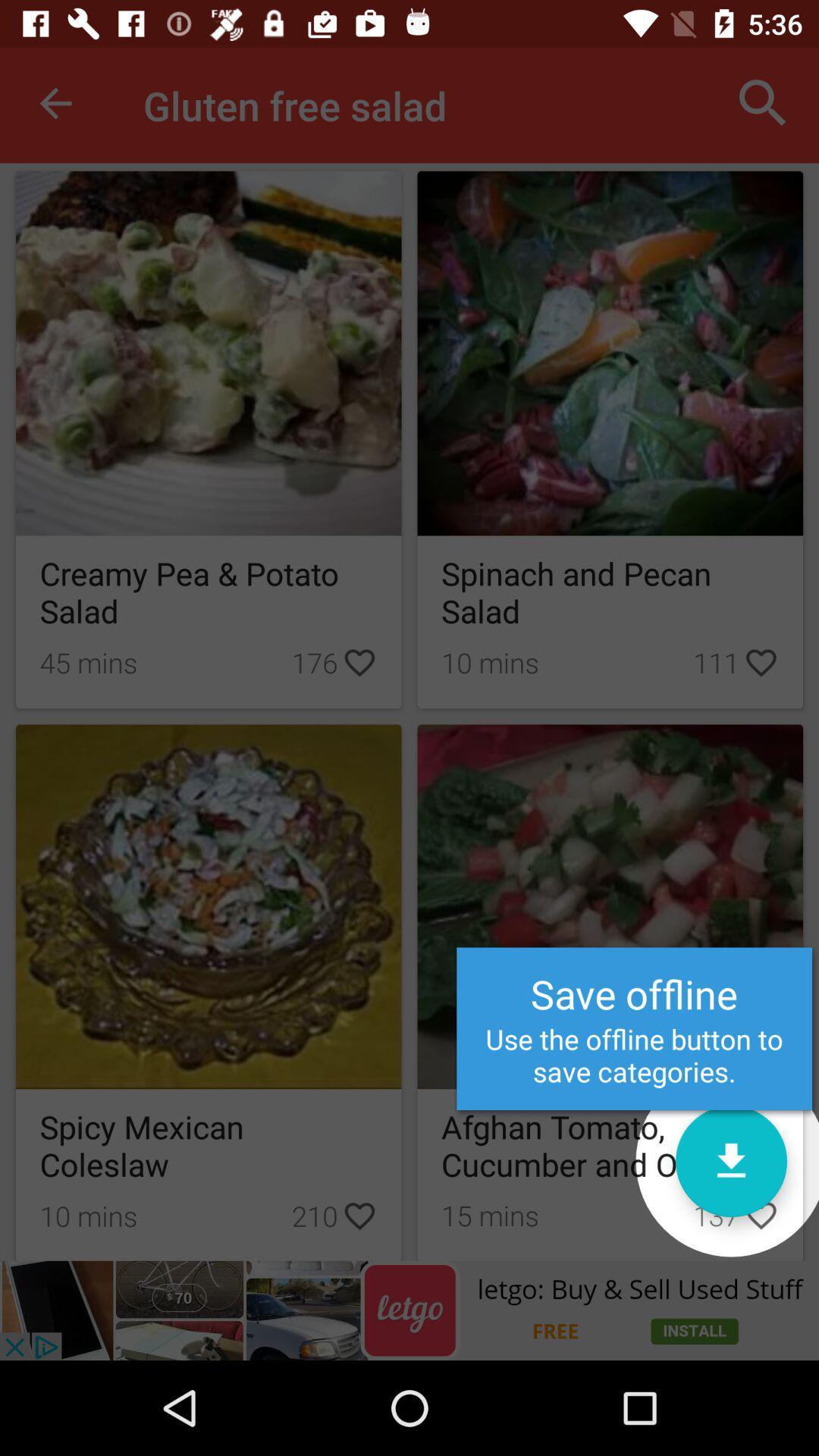  What do you see at coordinates (209, 439) in the screenshot?
I see `the first box` at bounding box center [209, 439].